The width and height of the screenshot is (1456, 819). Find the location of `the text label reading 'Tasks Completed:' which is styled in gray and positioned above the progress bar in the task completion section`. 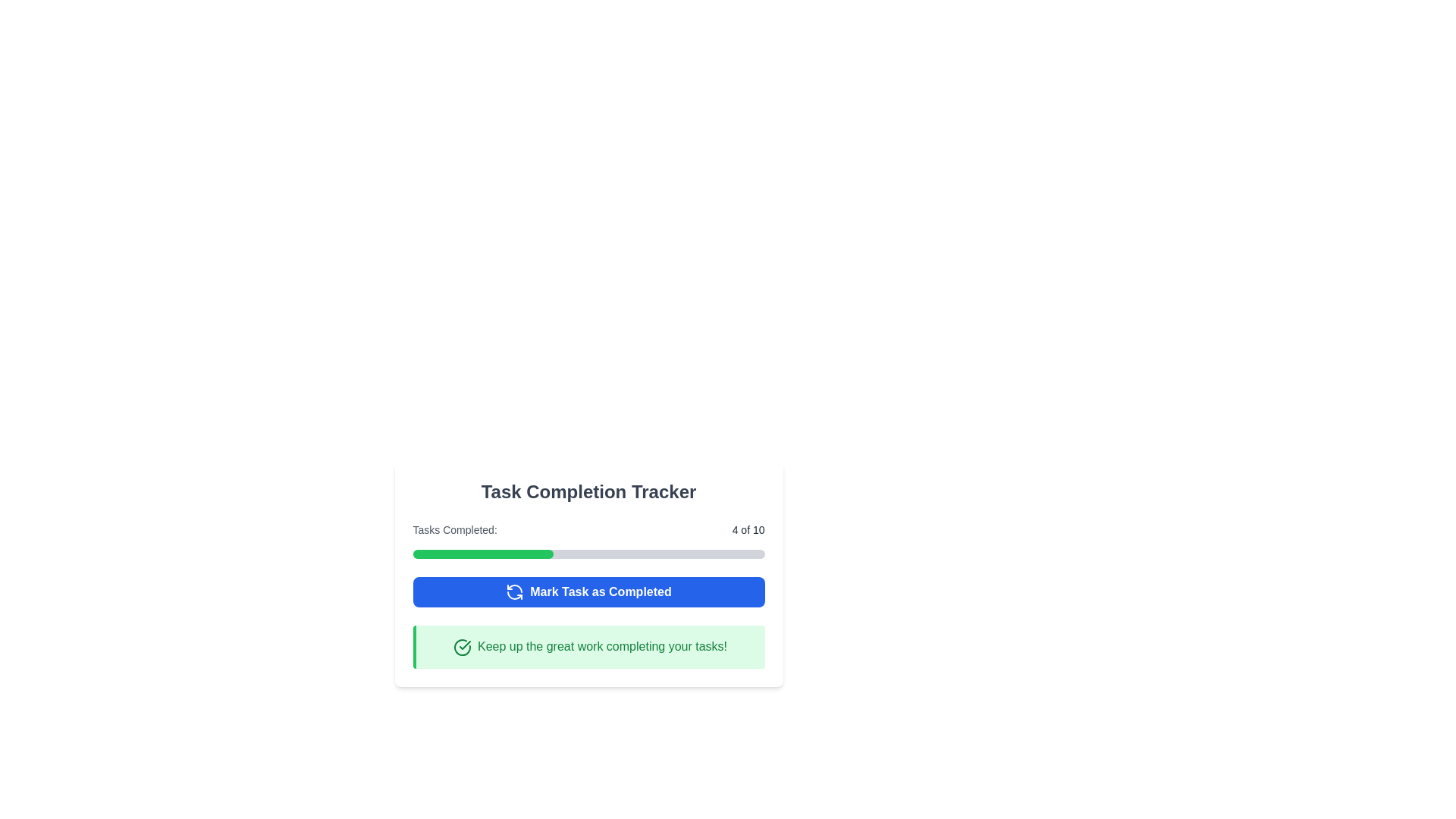

the text label reading 'Tasks Completed:' which is styled in gray and positioned above the progress bar in the task completion section is located at coordinates (454, 529).